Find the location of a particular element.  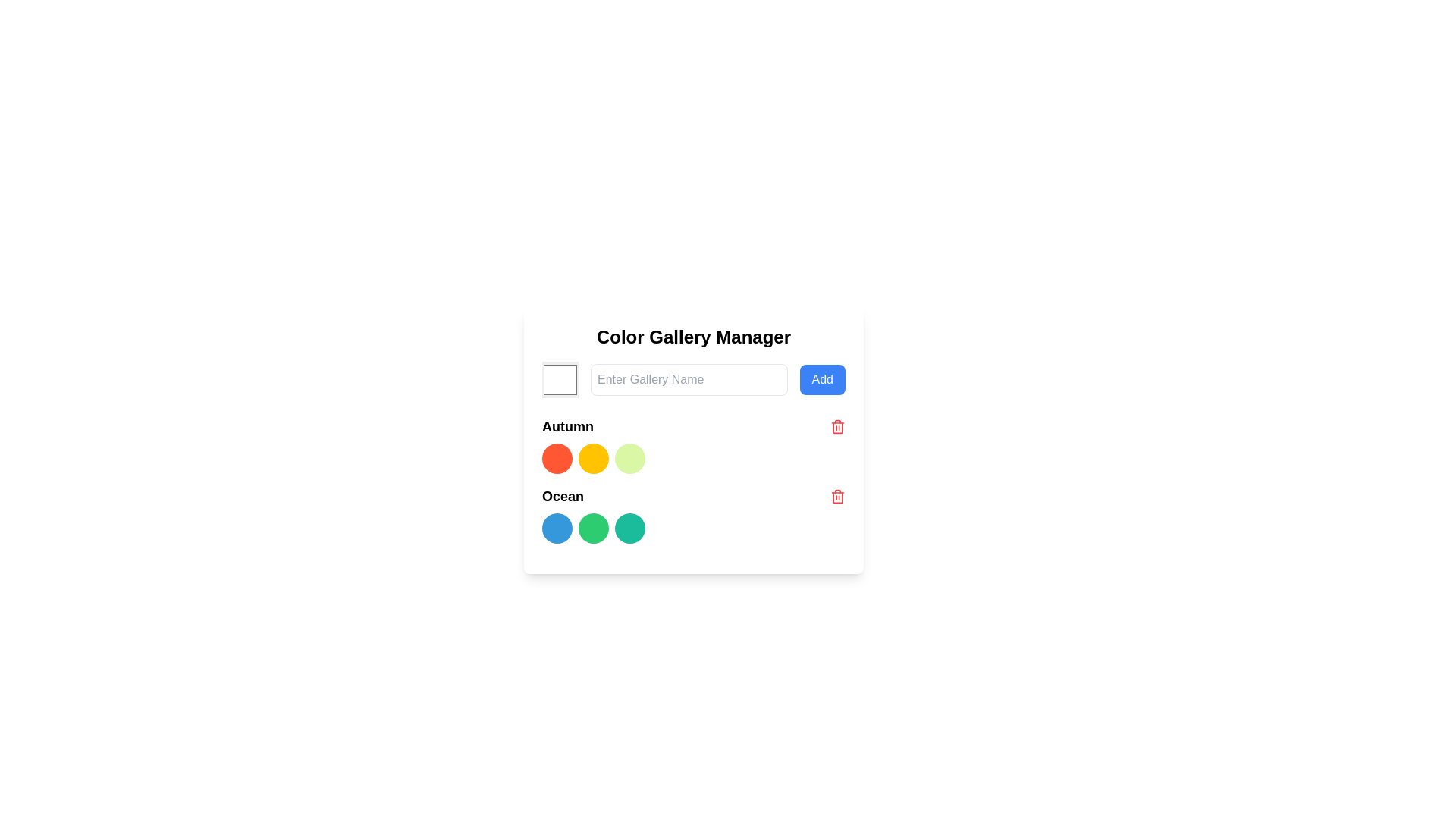

the delete button icon located at the top-right corner of the 'Ocean' card is located at coordinates (836, 497).